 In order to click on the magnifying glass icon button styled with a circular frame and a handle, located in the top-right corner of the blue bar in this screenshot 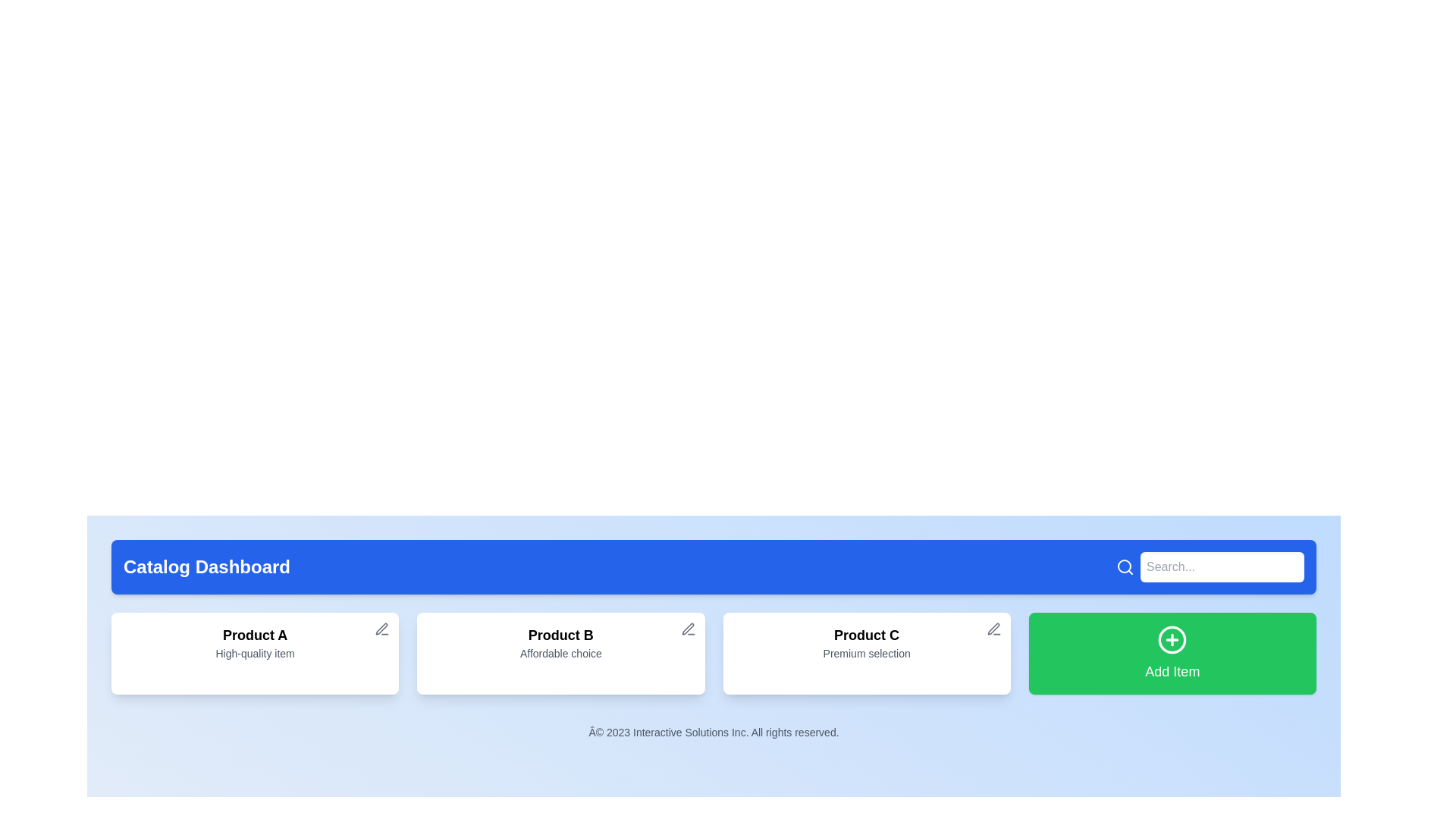, I will do `click(1125, 567)`.